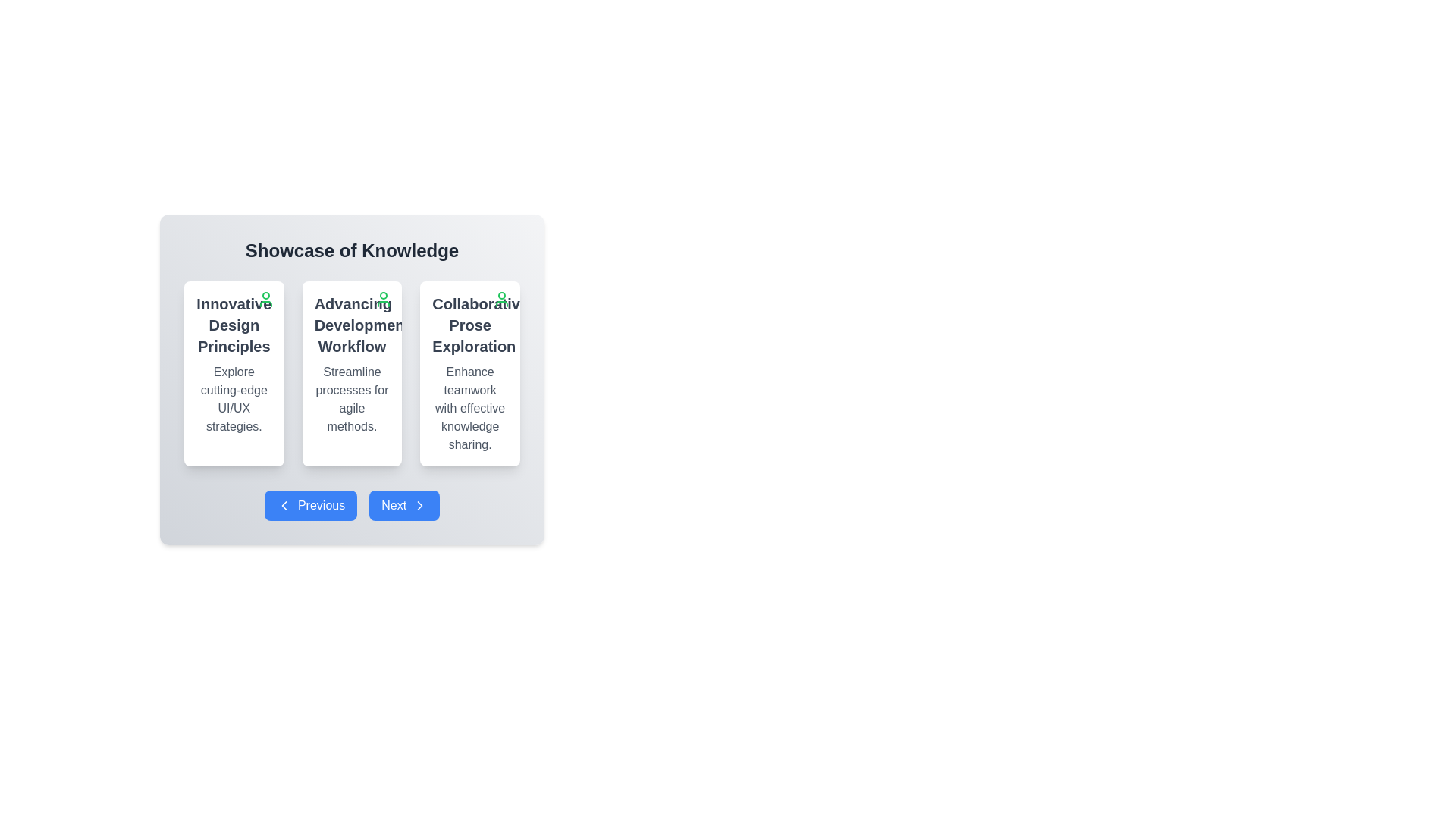 The height and width of the screenshot is (819, 1456). Describe the element at coordinates (284, 506) in the screenshot. I see `the left-pointing arrowhead icon located within the 'Previous' button area, which serves as a graphical embellishment for the button` at that location.